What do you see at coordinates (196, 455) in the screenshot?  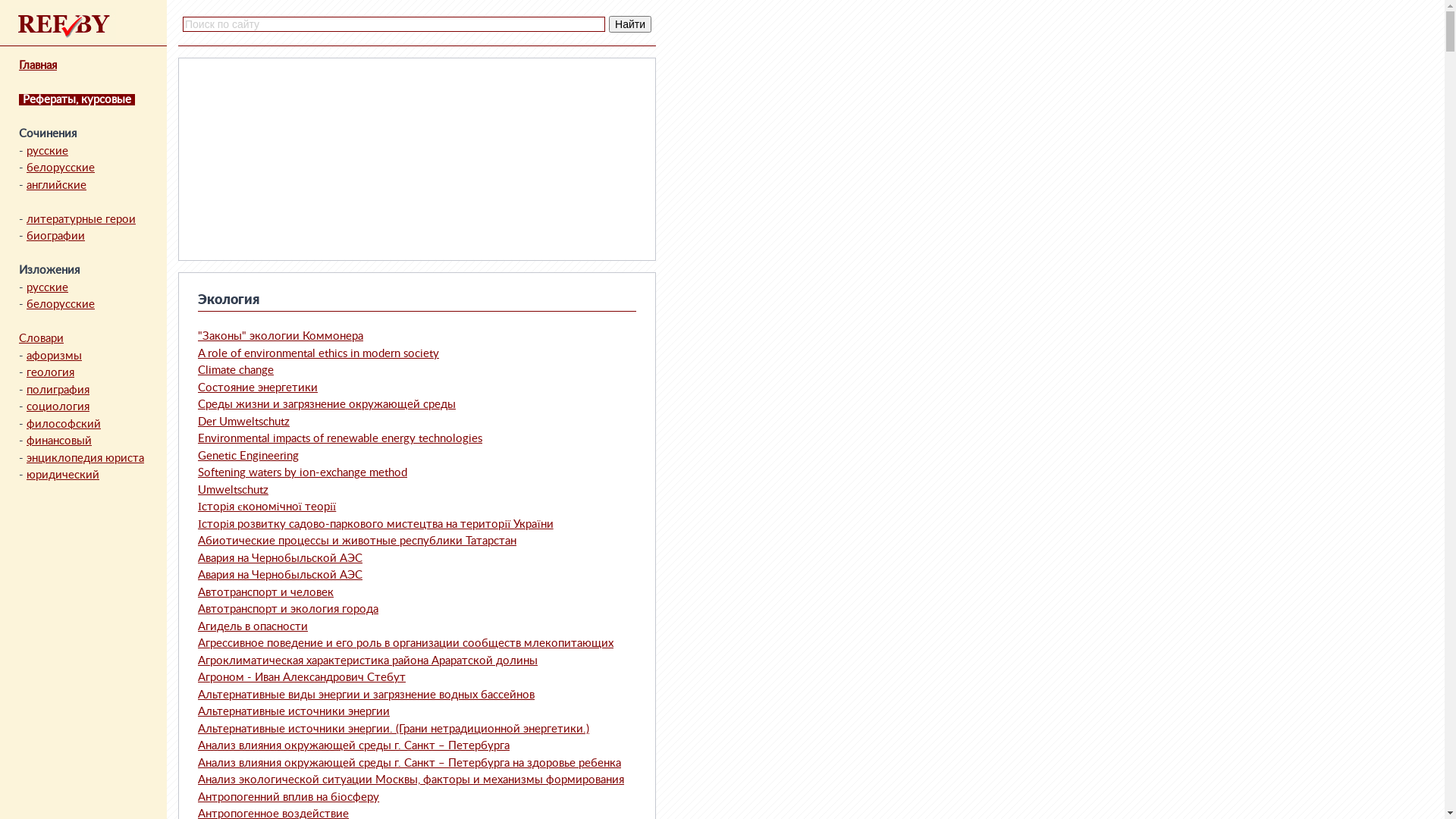 I see `'Genetic Engineering'` at bounding box center [196, 455].